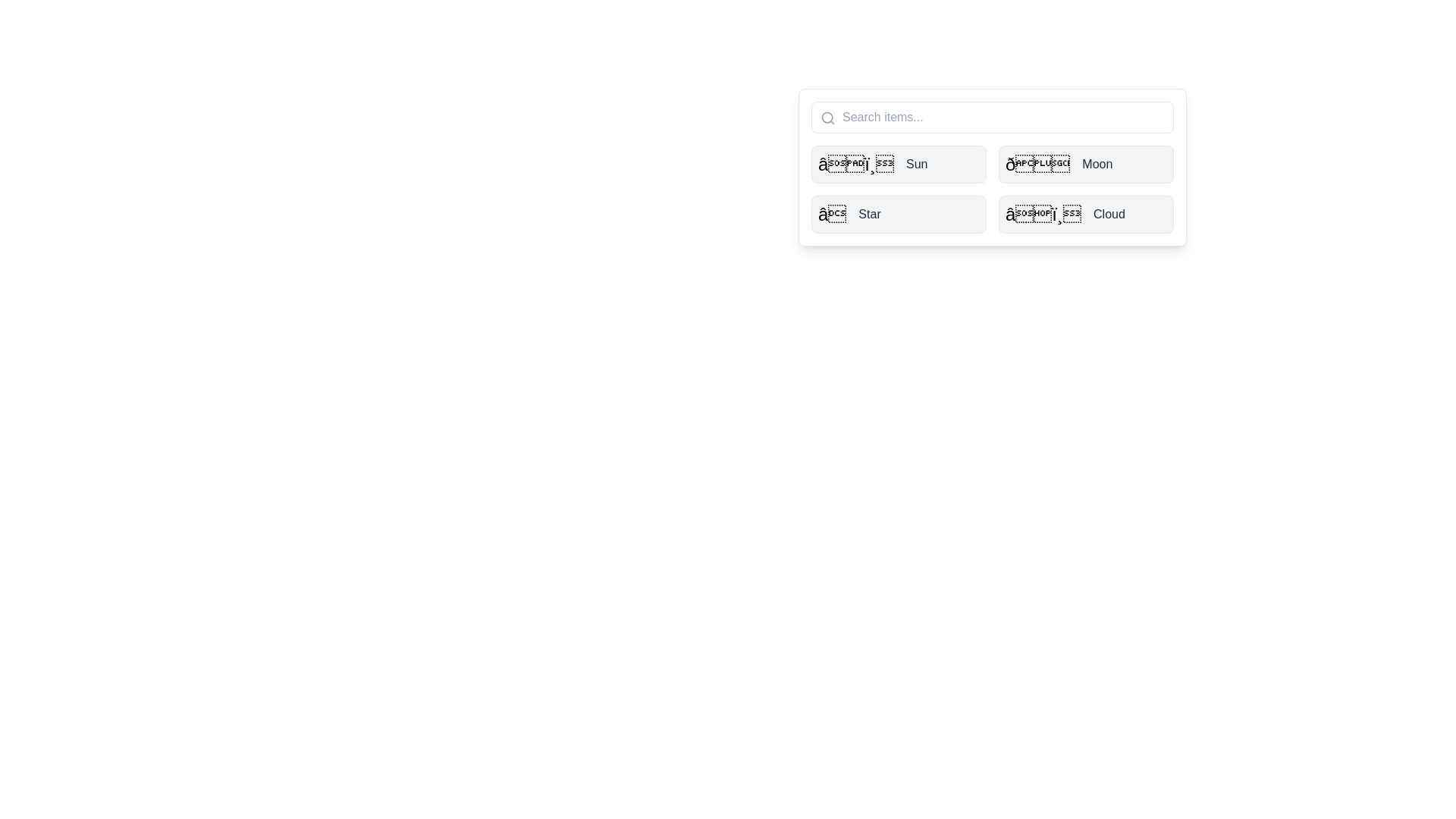  I want to click on the selectable item in the top-right section of the grid, which is the second element in the first row, so click(1085, 164).